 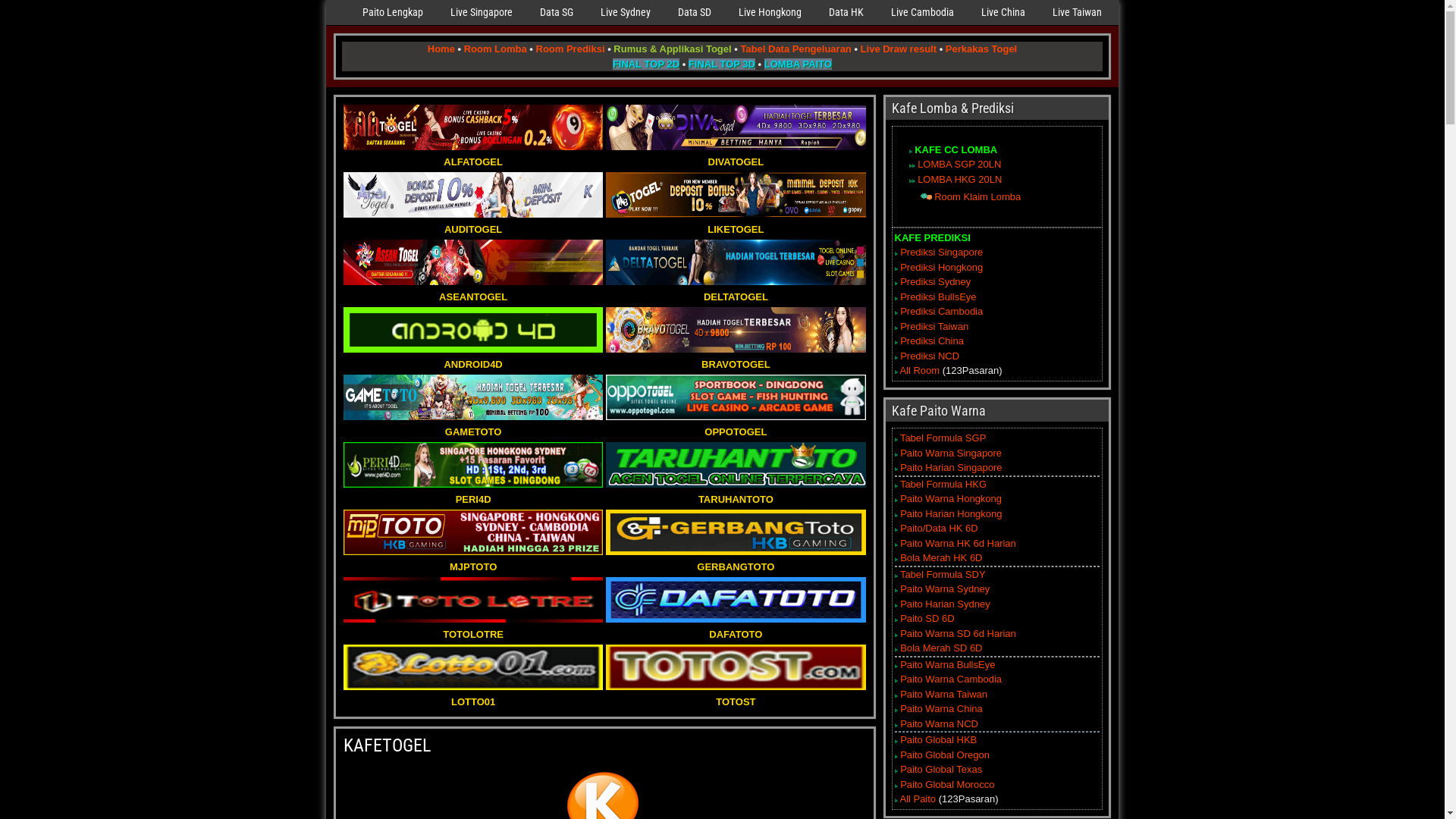 I want to click on 'Data SG', so click(x=556, y=12).